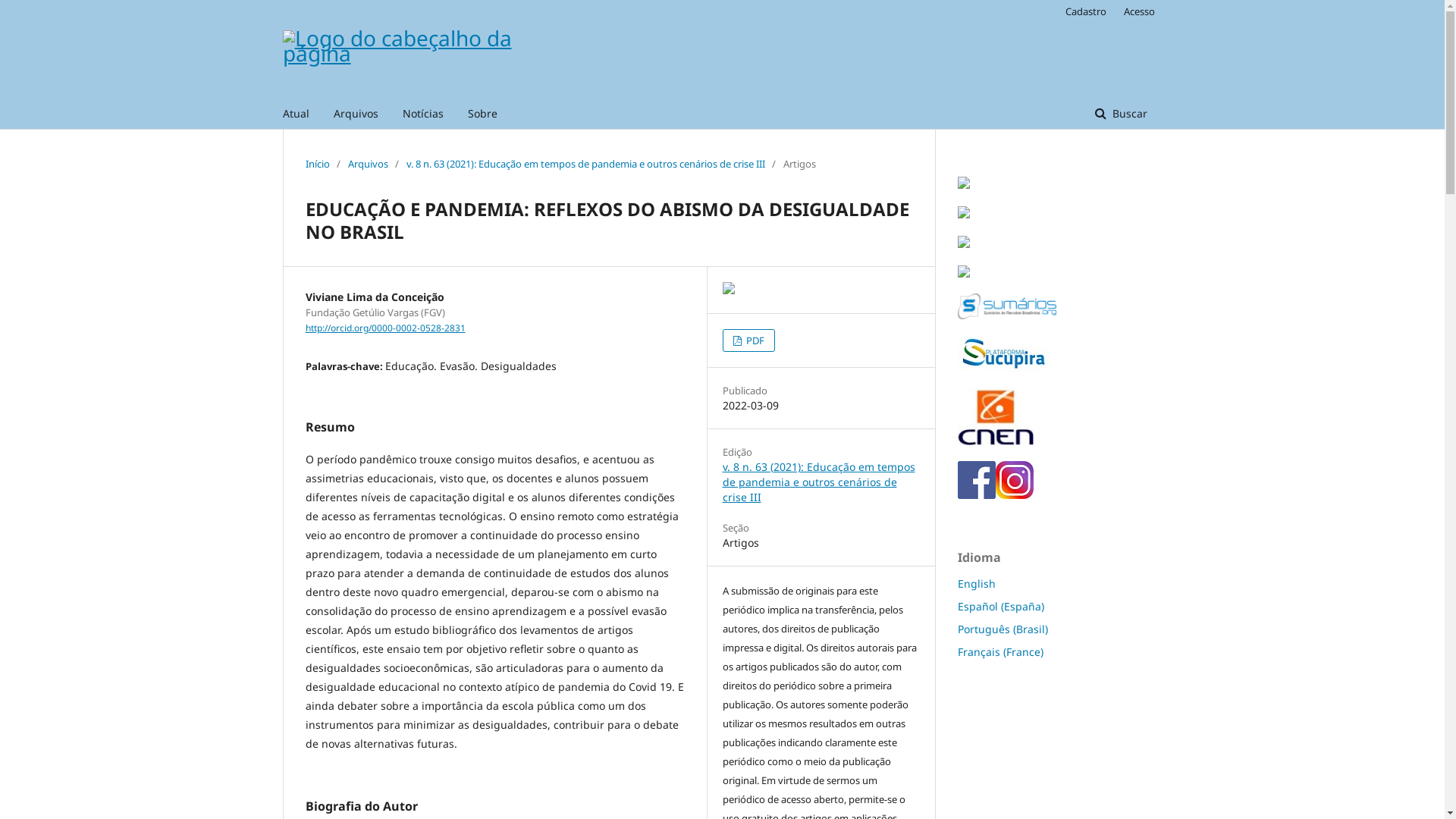 This screenshot has height=819, width=1456. Describe the element at coordinates (481, 113) in the screenshot. I see `'Sobre'` at that location.